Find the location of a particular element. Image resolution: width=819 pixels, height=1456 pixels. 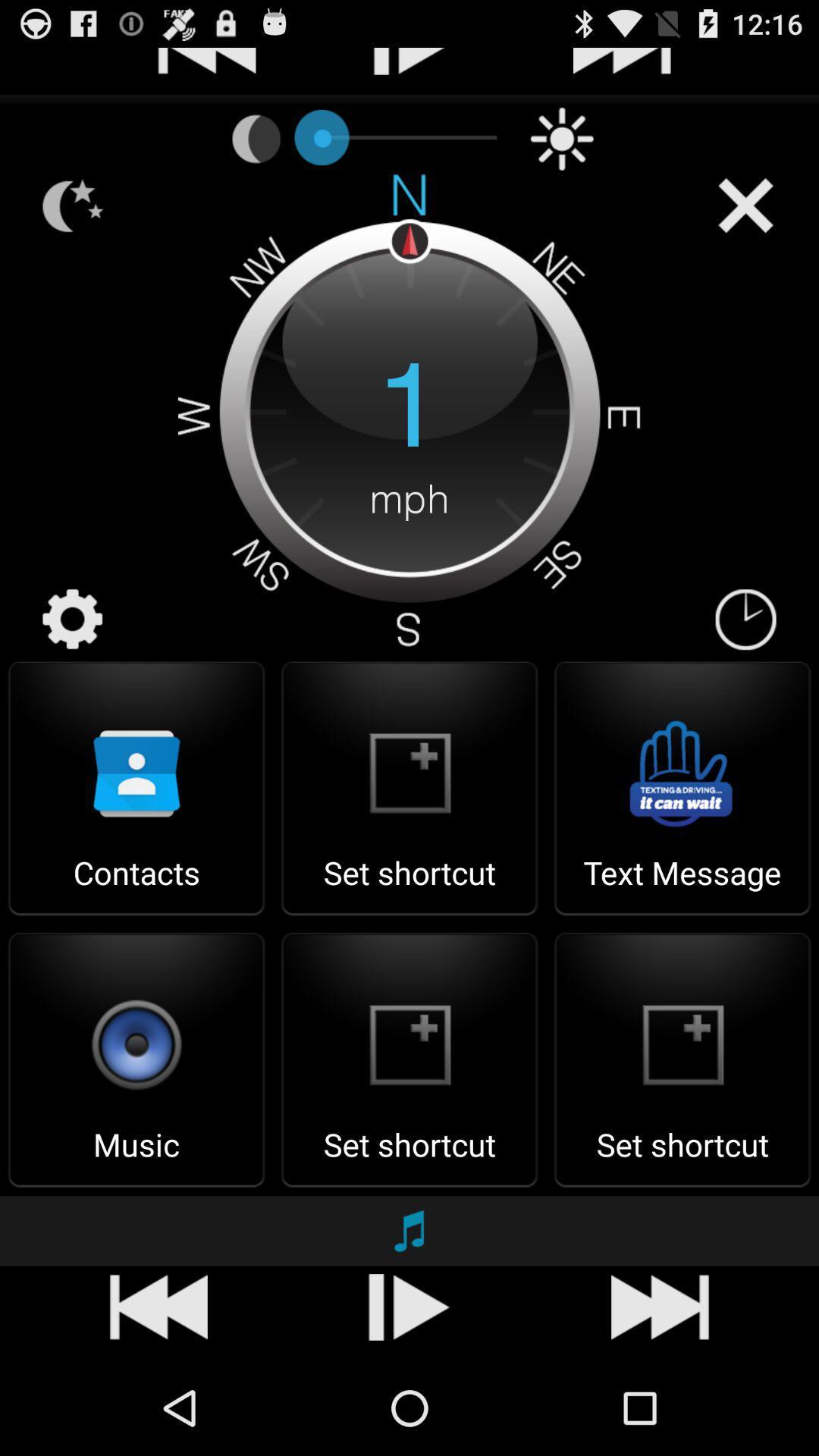

the skip_previous icon is located at coordinates (207, 1398).